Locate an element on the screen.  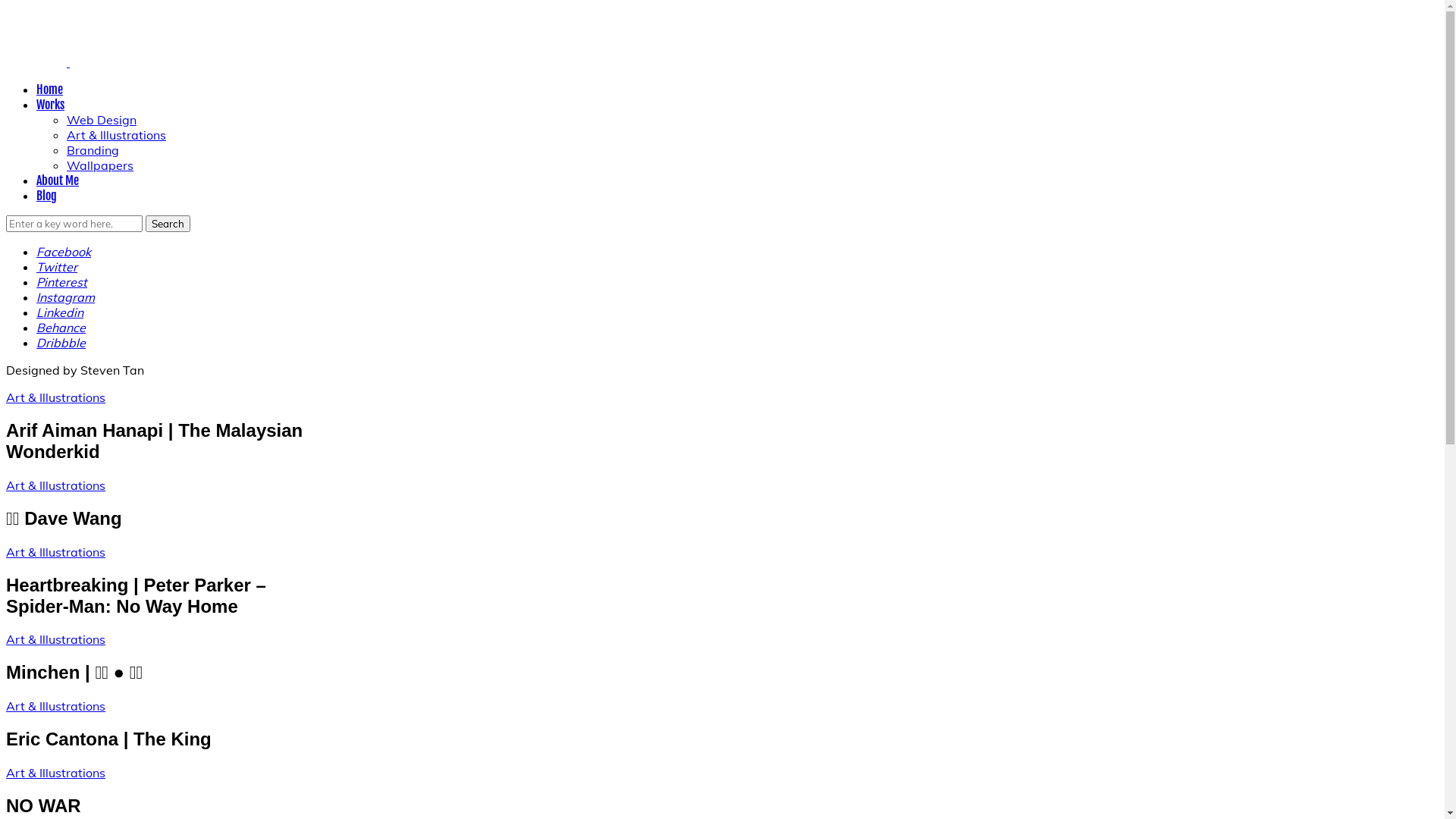
'About Me' is located at coordinates (58, 180).